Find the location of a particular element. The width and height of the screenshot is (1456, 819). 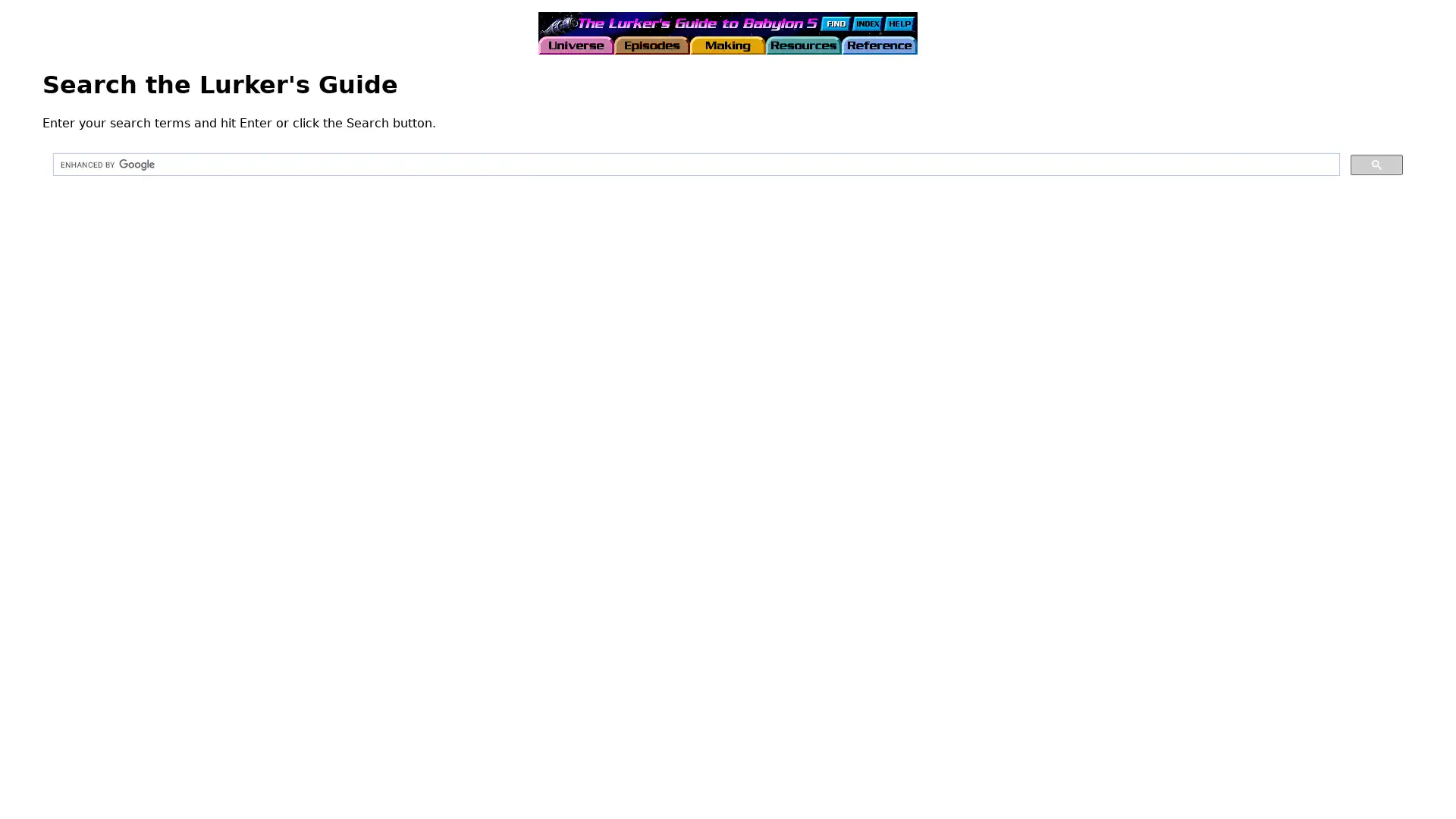

search is located at coordinates (1376, 164).